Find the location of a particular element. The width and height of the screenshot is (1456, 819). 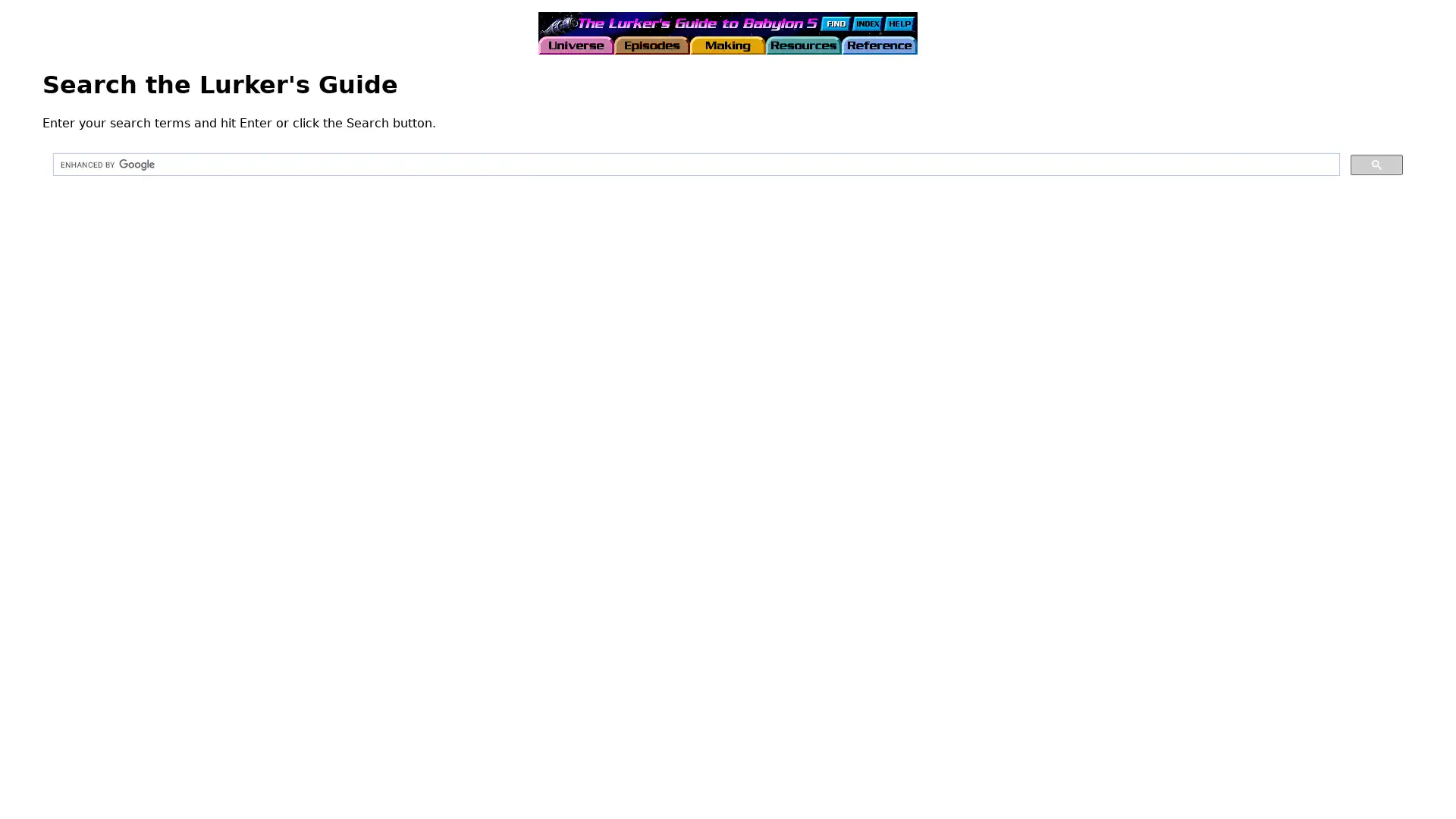

search is located at coordinates (1376, 164).